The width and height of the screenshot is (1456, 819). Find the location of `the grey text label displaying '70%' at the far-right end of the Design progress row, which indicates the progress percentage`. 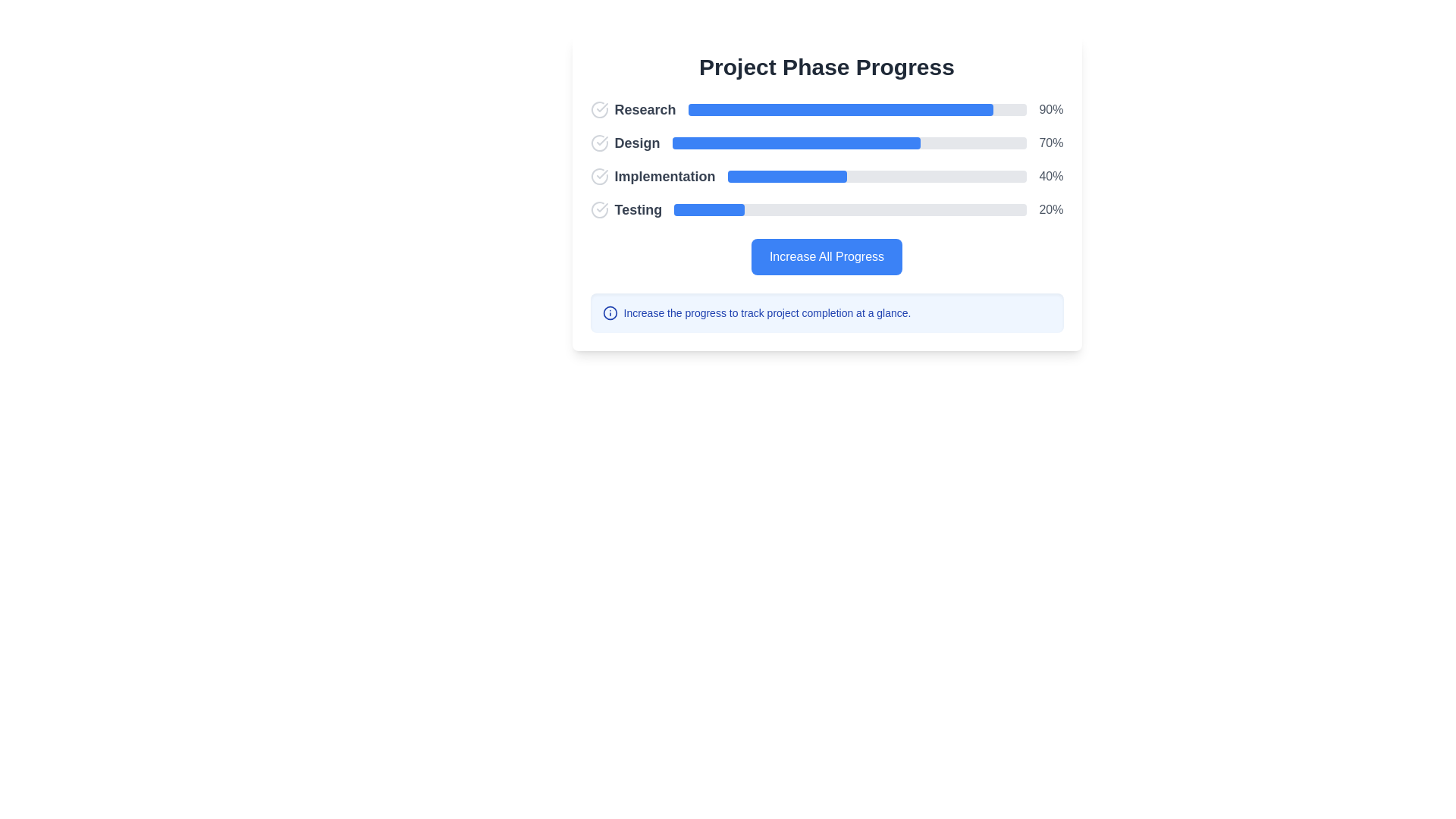

the grey text label displaying '70%' at the far-right end of the Design progress row, which indicates the progress percentage is located at coordinates (1050, 143).